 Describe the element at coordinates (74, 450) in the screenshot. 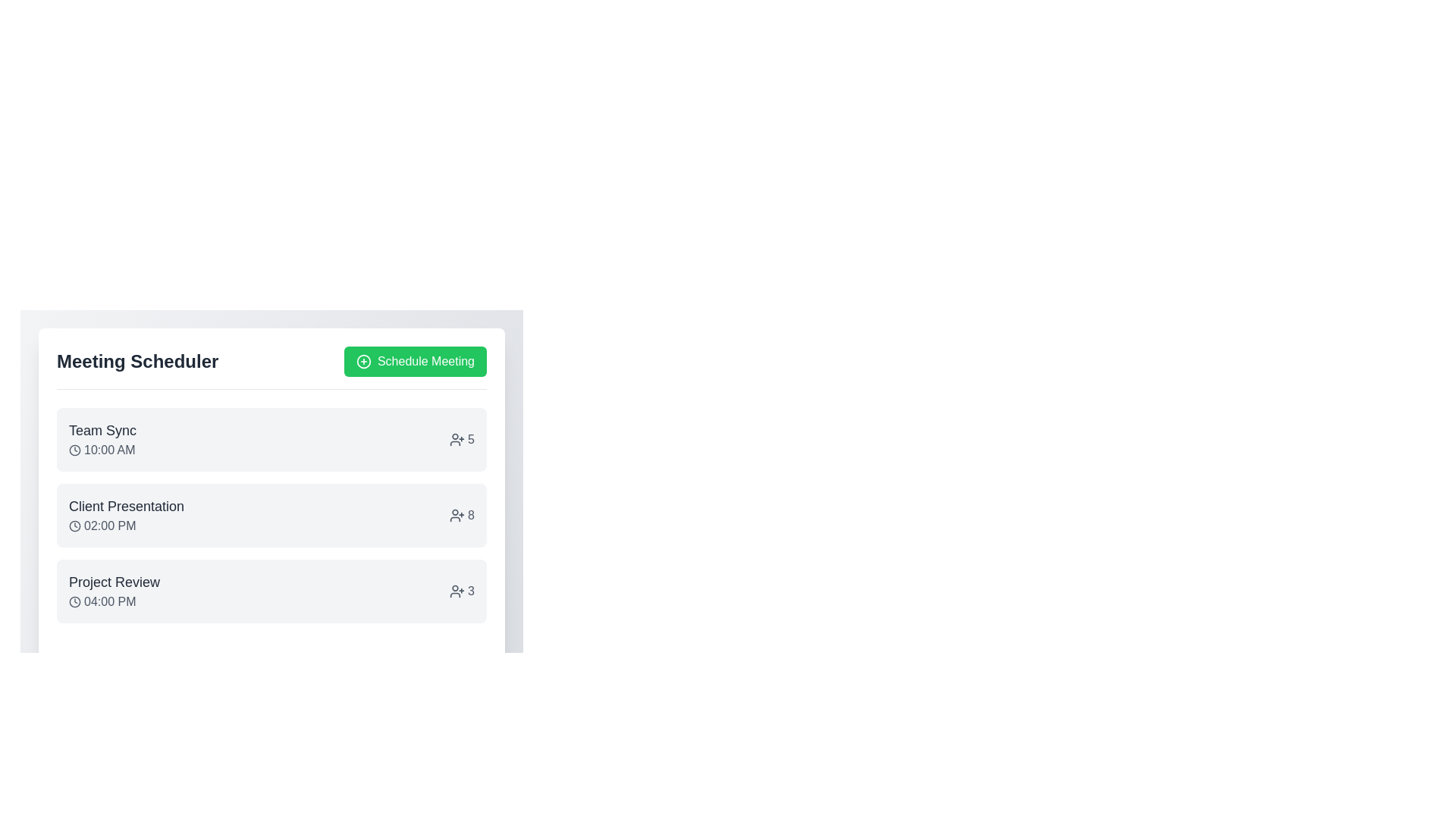

I see `the clock icon located to the immediate left of the text '10:00 AM' under the 'Team Sync' entry` at that location.